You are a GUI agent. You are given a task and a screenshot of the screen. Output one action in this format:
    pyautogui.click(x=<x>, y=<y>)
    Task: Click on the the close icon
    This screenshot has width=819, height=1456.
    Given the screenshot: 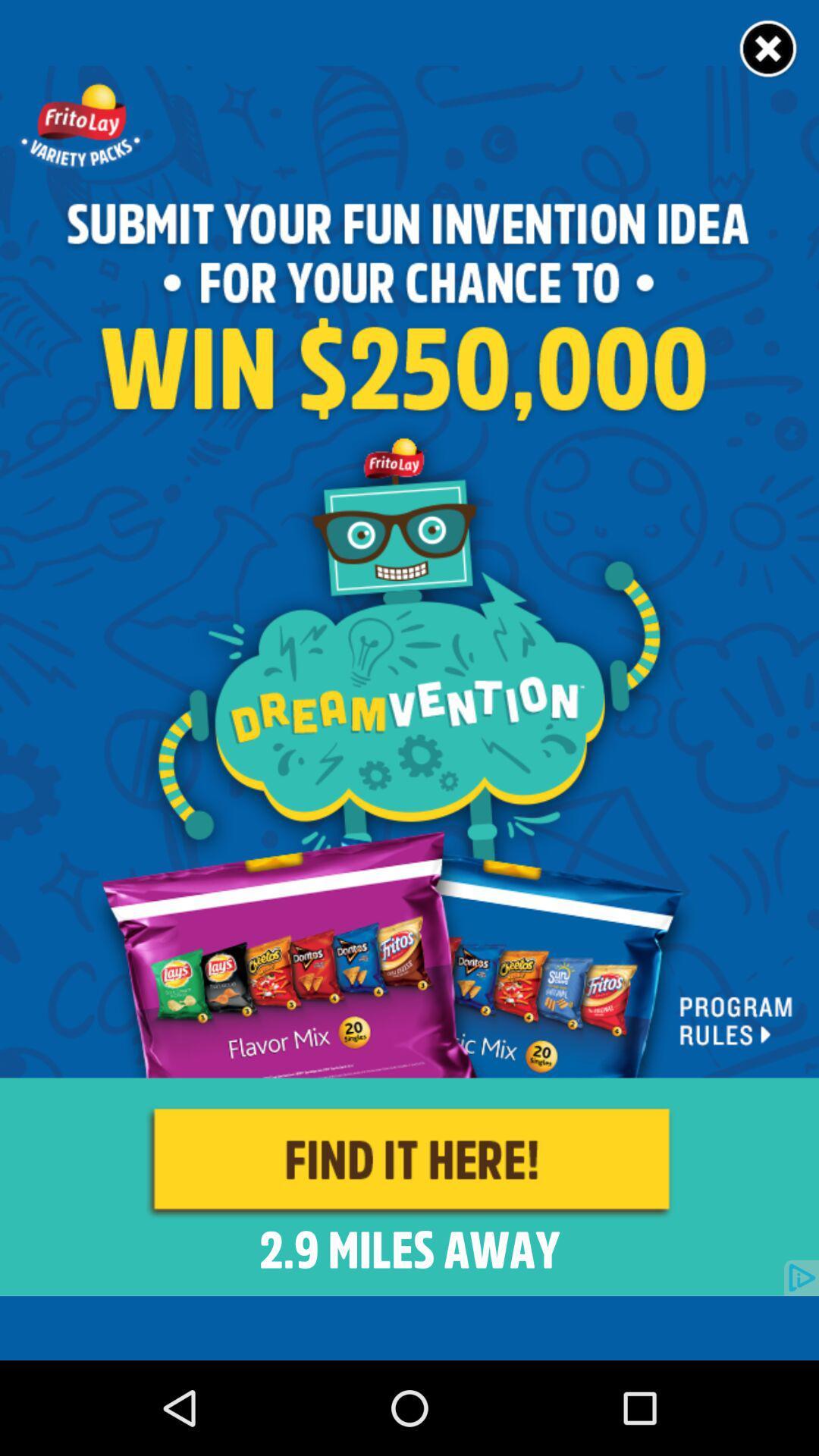 What is the action you would take?
    pyautogui.click(x=769, y=53)
    